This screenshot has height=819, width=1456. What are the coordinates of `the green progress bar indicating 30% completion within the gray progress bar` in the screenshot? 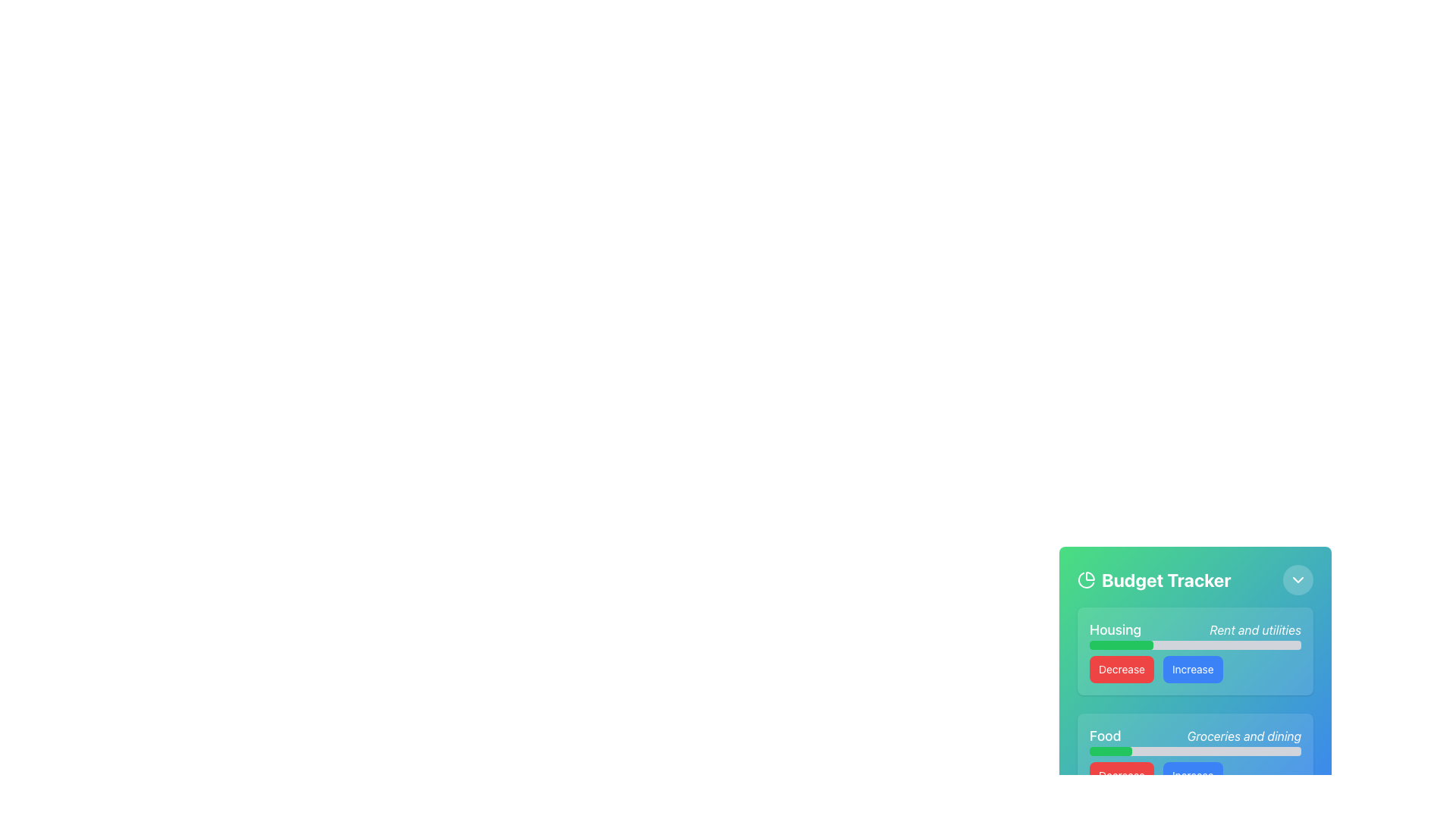 It's located at (1121, 645).